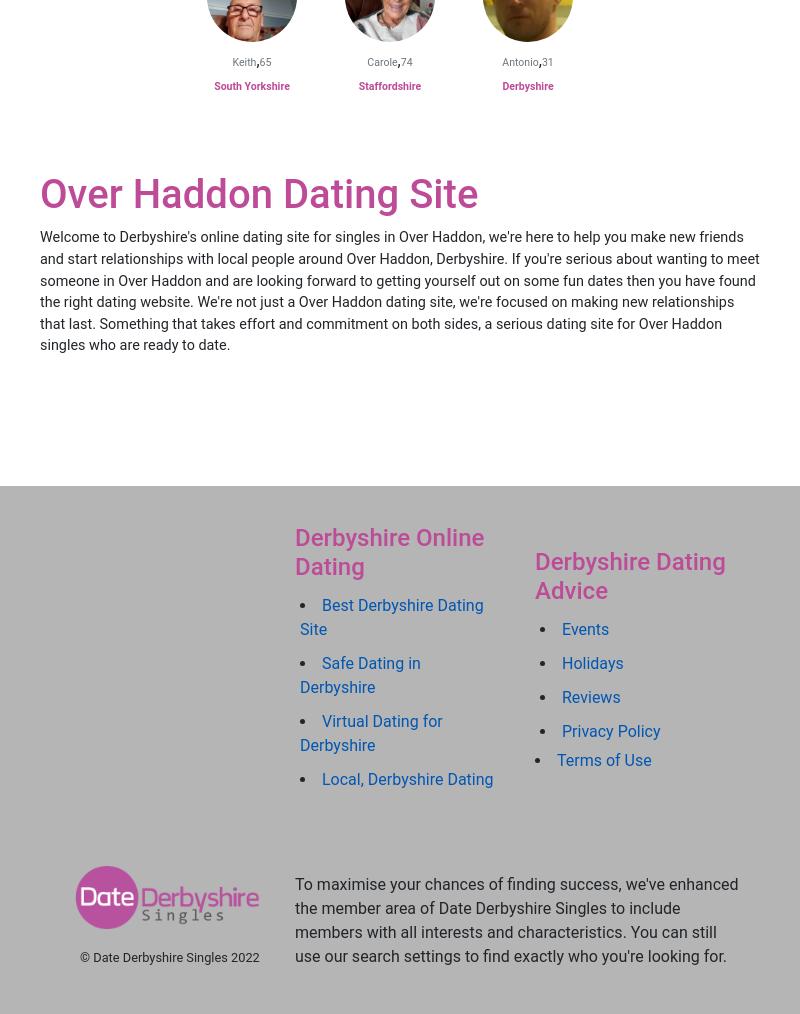  What do you see at coordinates (562, 696) in the screenshot?
I see `'Reviews'` at bounding box center [562, 696].